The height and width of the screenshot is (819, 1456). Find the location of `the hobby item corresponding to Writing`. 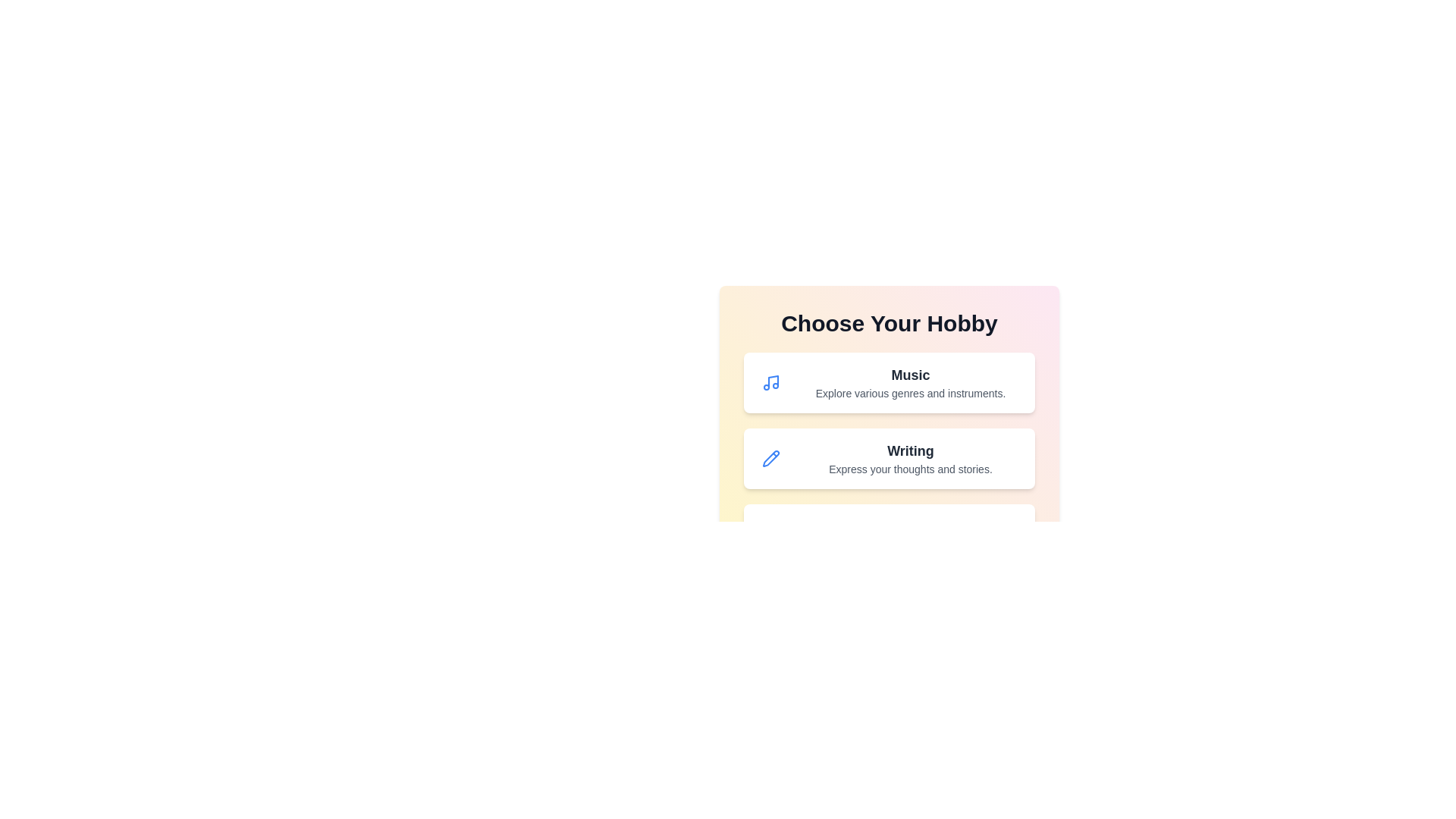

the hobby item corresponding to Writing is located at coordinates (889, 458).